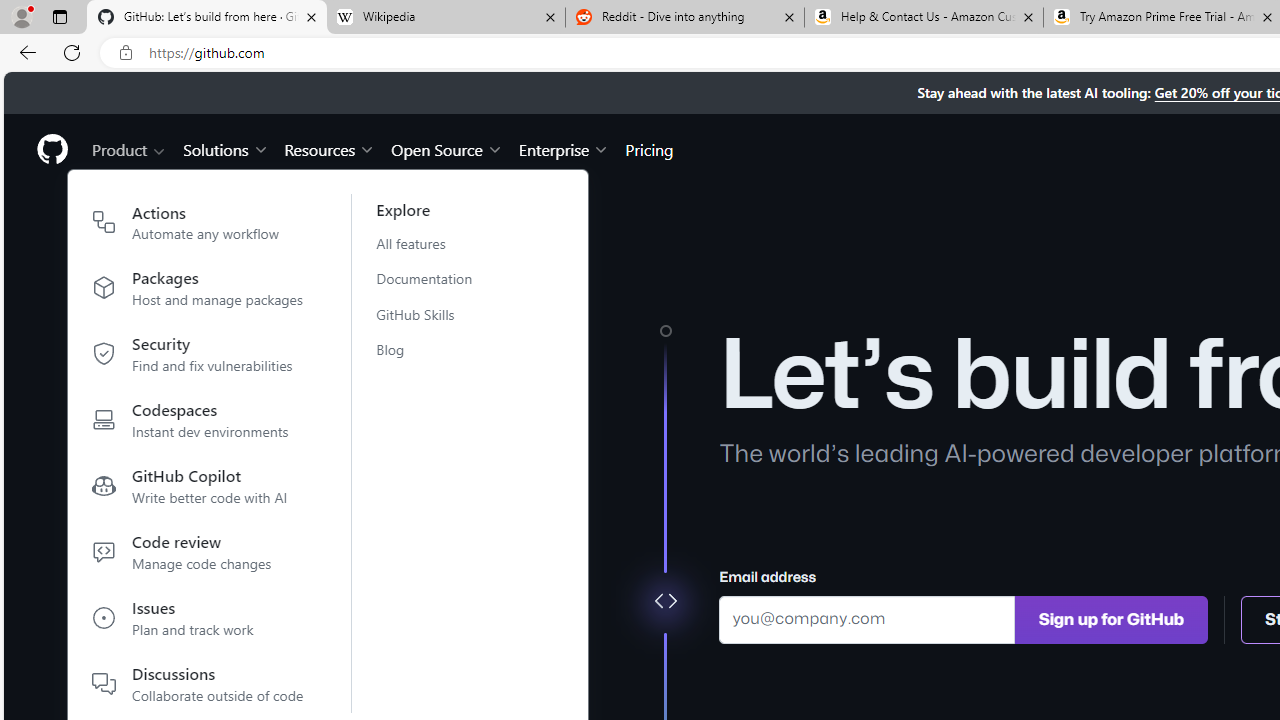  What do you see at coordinates (198, 423) in the screenshot?
I see `'Codespaces Instant dev environments'` at bounding box center [198, 423].